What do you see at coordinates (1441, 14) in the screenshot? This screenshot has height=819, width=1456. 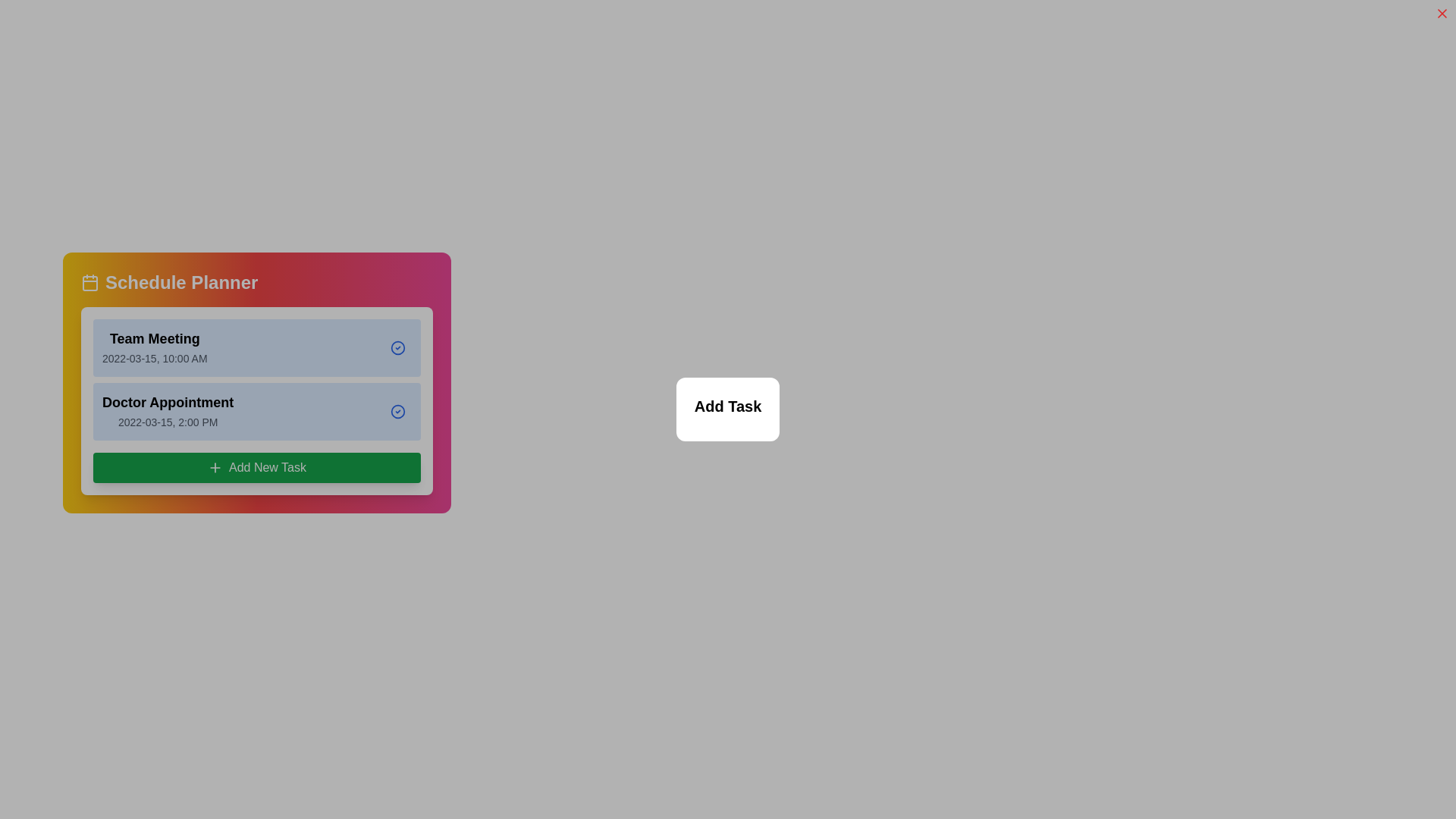 I see `the red cross-shaped icon located in the upper-right corner of the interface` at bounding box center [1441, 14].